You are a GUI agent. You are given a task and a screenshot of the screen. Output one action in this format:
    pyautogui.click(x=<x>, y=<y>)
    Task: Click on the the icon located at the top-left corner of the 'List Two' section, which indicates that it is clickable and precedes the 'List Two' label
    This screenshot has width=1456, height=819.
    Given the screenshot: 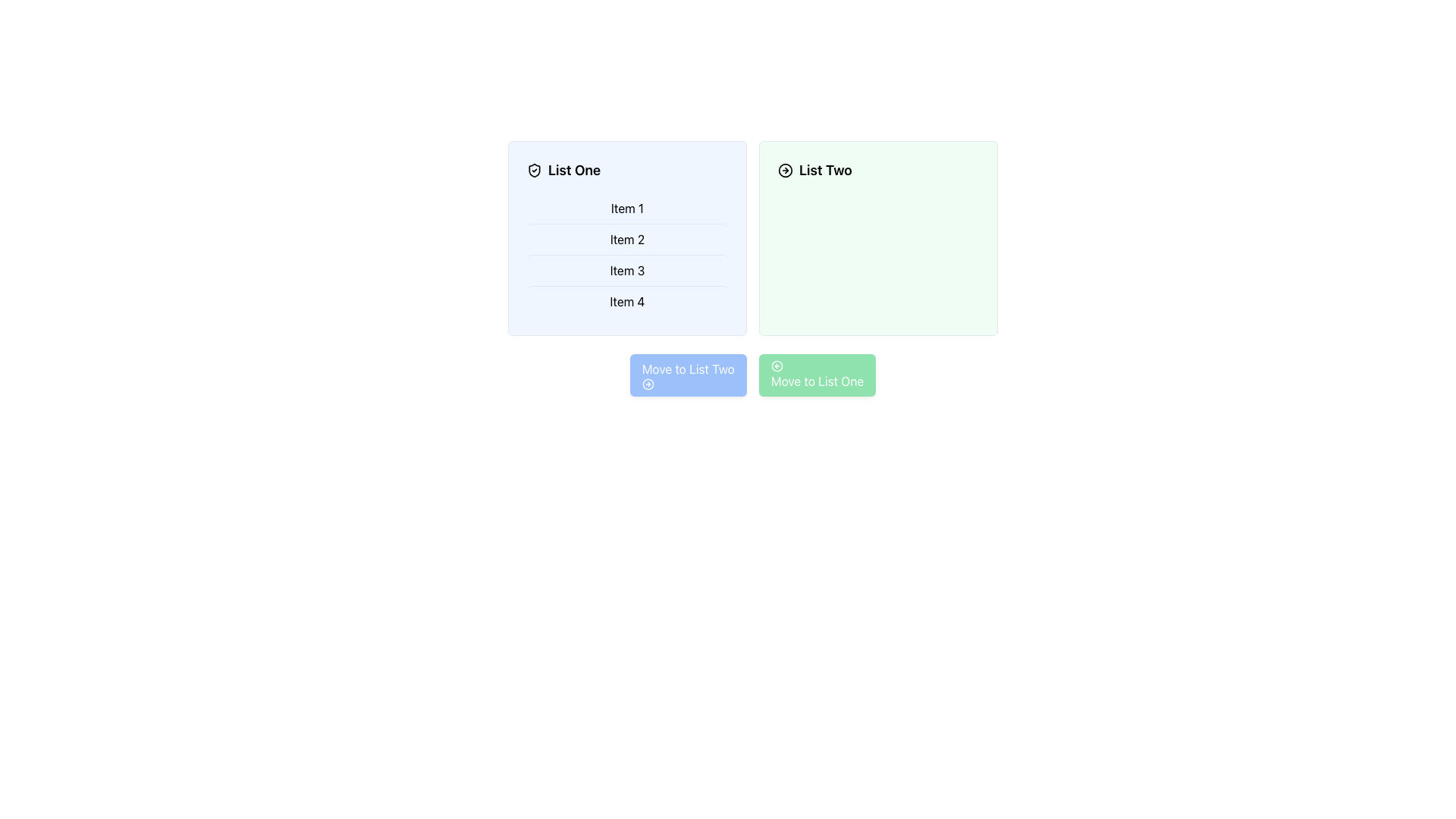 What is the action you would take?
    pyautogui.click(x=786, y=170)
    